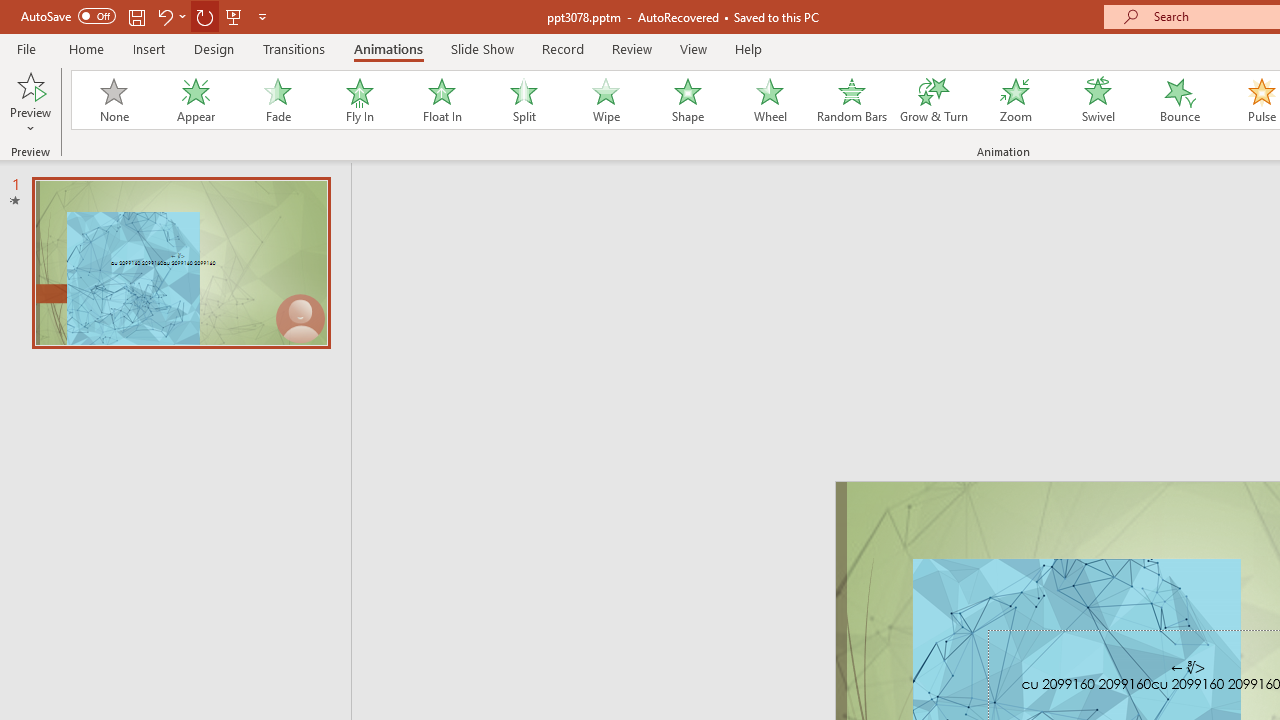  I want to click on 'Fly In', so click(359, 100).